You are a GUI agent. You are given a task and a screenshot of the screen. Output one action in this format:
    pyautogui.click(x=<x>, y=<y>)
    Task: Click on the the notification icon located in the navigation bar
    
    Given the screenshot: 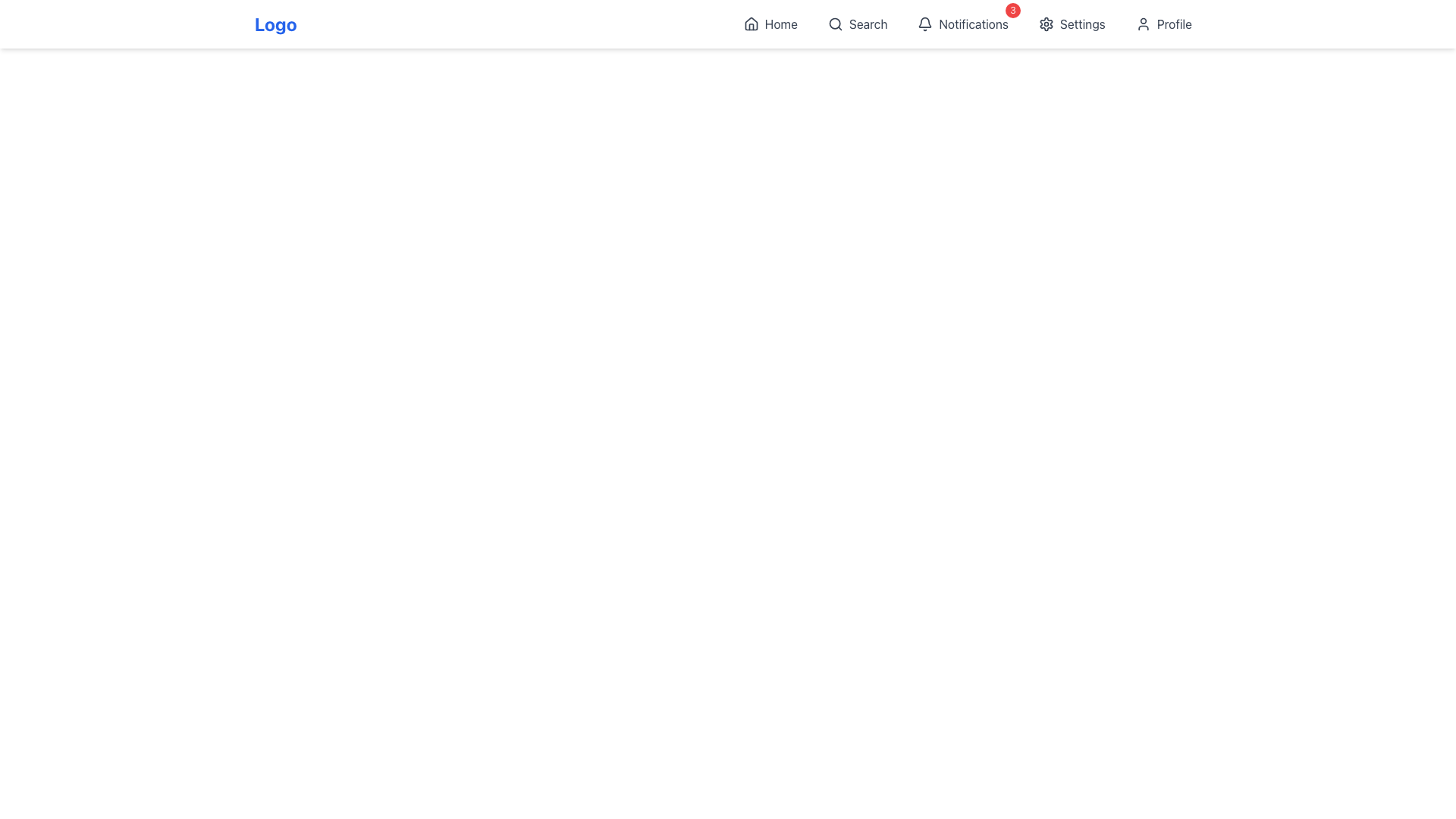 What is the action you would take?
    pyautogui.click(x=924, y=24)
    